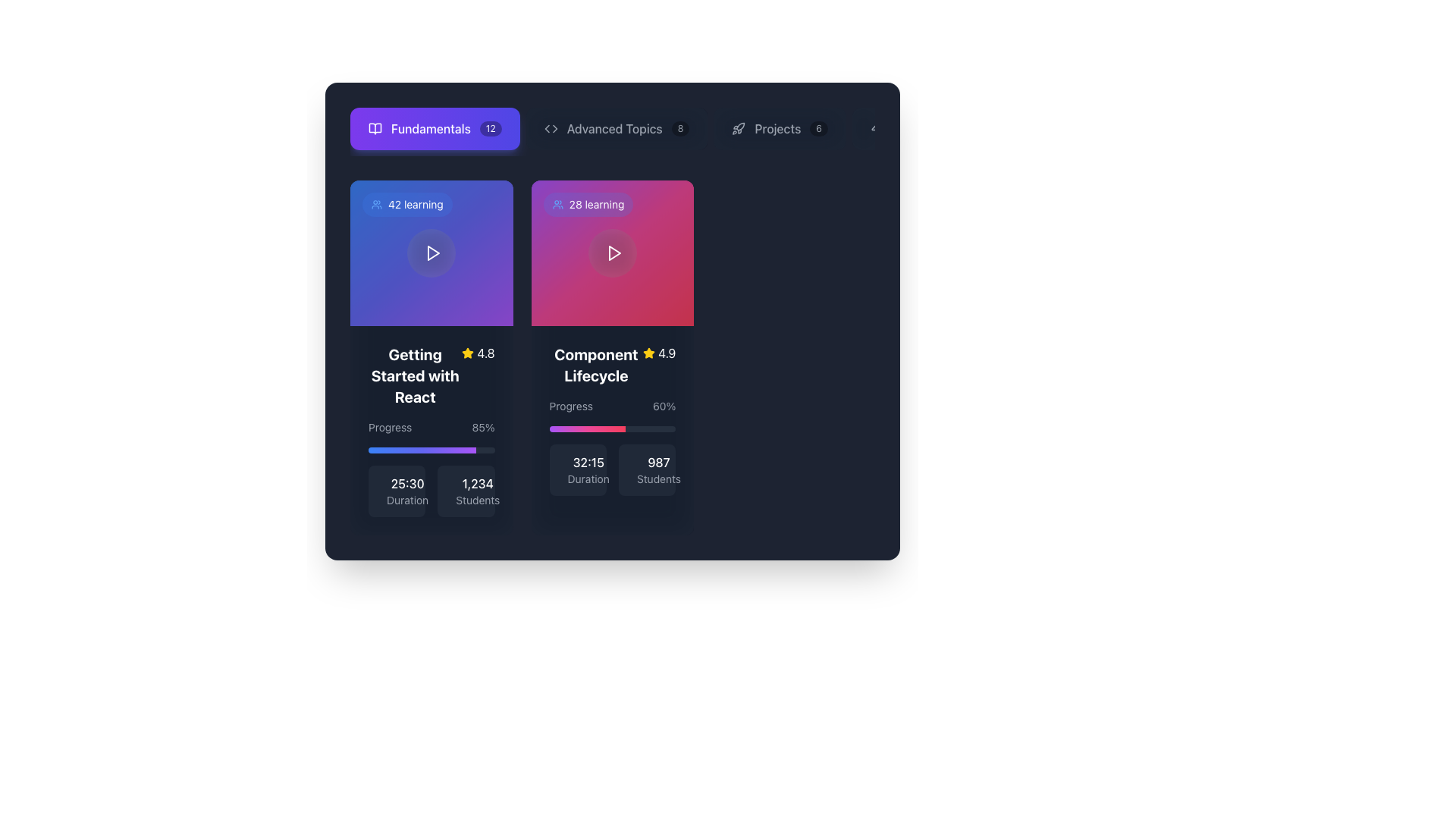 This screenshot has width=1456, height=819. What do you see at coordinates (588, 479) in the screenshot?
I see `the text label that explains the context of the time value ('32:15') displayed above it, located in the bottom-left section of the module titled 'Component Lifecycle'` at bounding box center [588, 479].